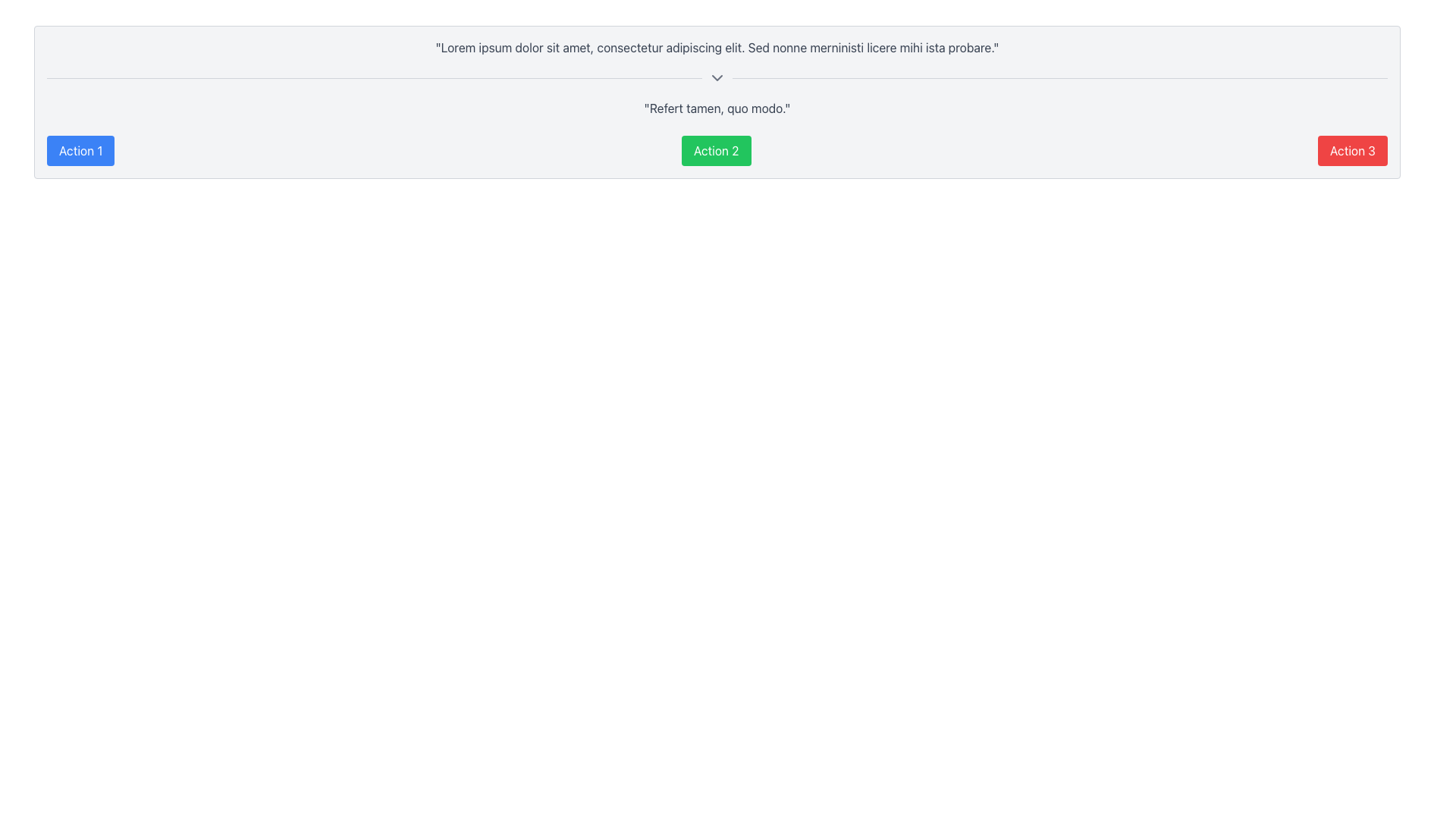 The image size is (1456, 819). Describe the element at coordinates (716, 78) in the screenshot. I see `the small downward-pointing chevron icon in the middle of the horizontal bar` at that location.